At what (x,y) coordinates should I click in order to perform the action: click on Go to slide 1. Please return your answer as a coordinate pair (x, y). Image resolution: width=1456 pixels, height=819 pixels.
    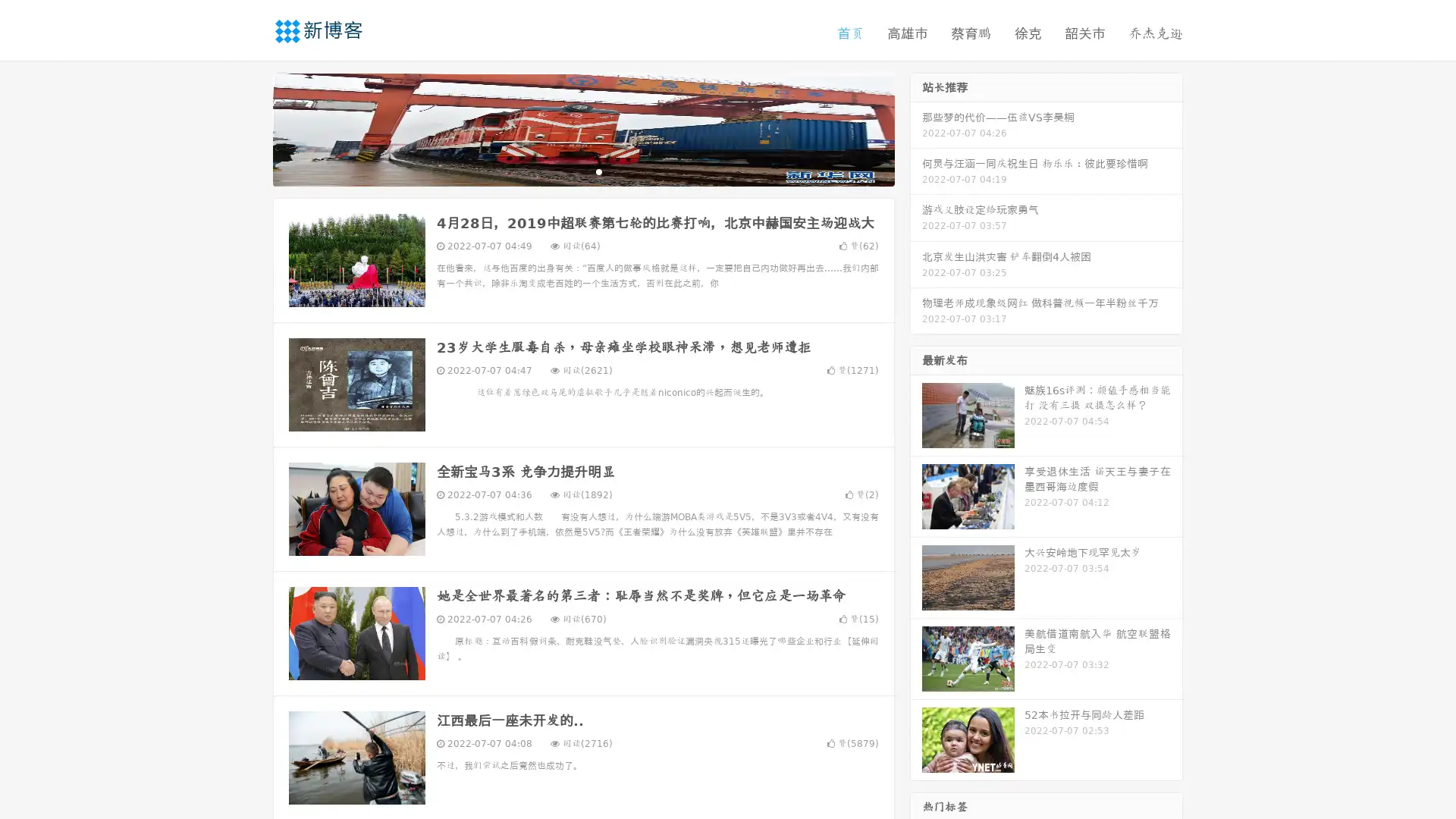
    Looking at the image, I should click on (567, 171).